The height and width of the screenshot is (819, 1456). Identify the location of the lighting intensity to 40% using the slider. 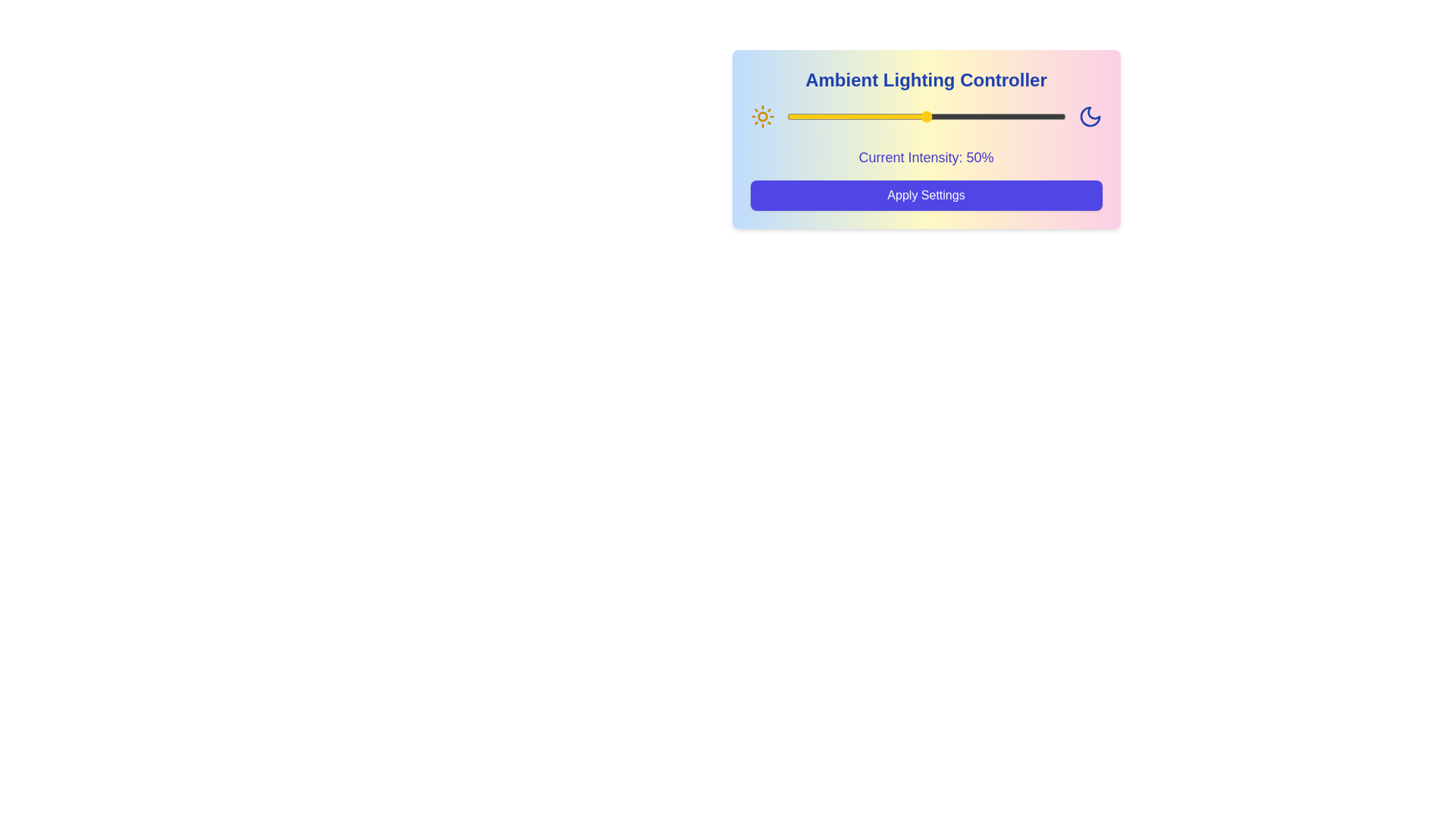
(898, 116).